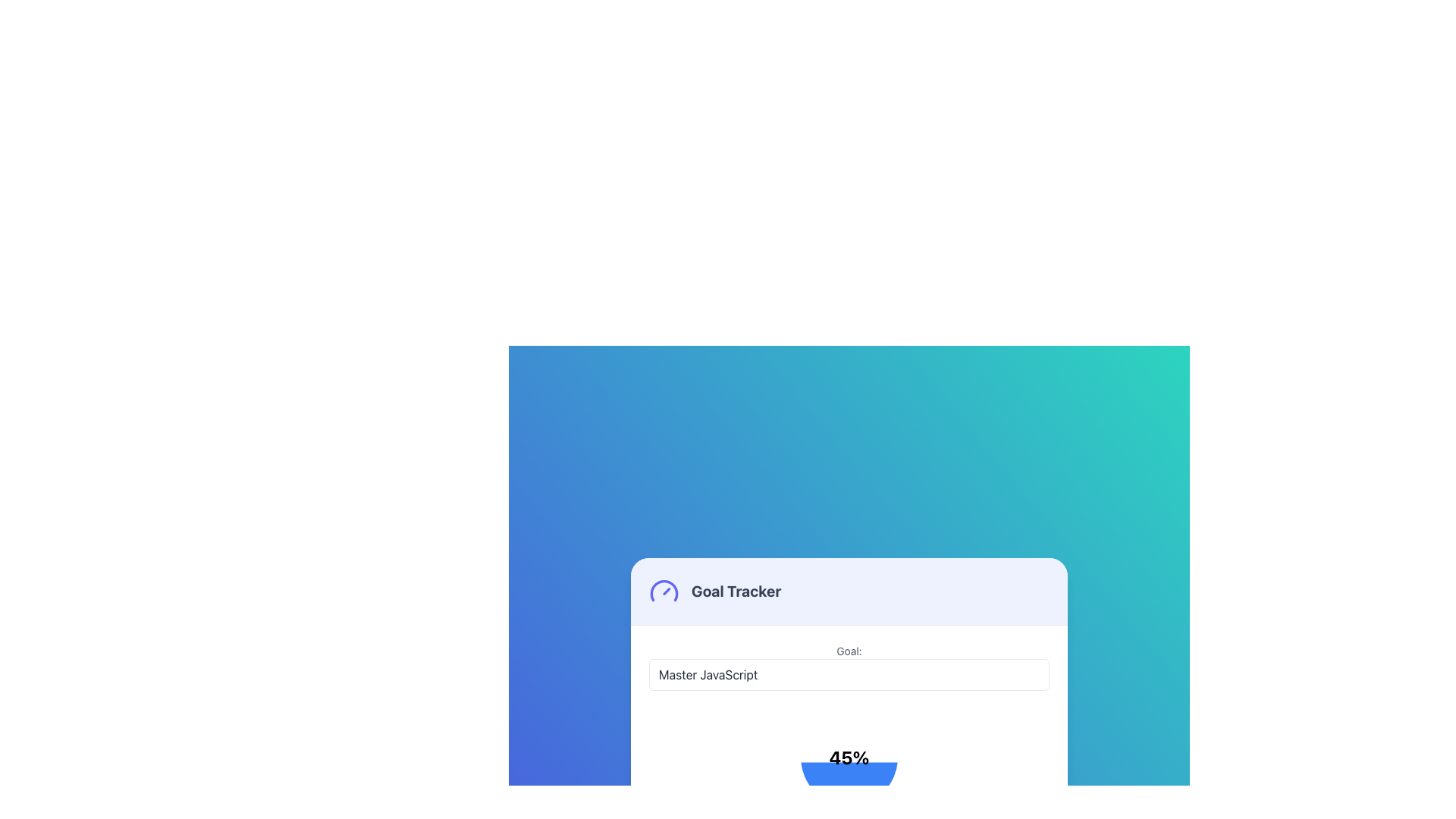 This screenshot has height=819, width=1456. Describe the element at coordinates (664, 590) in the screenshot. I see `the small purple gauge icon with a circular outline and a needle pointing inward, which is located to the left of the 'Goal Tracker' text in the header section` at that location.